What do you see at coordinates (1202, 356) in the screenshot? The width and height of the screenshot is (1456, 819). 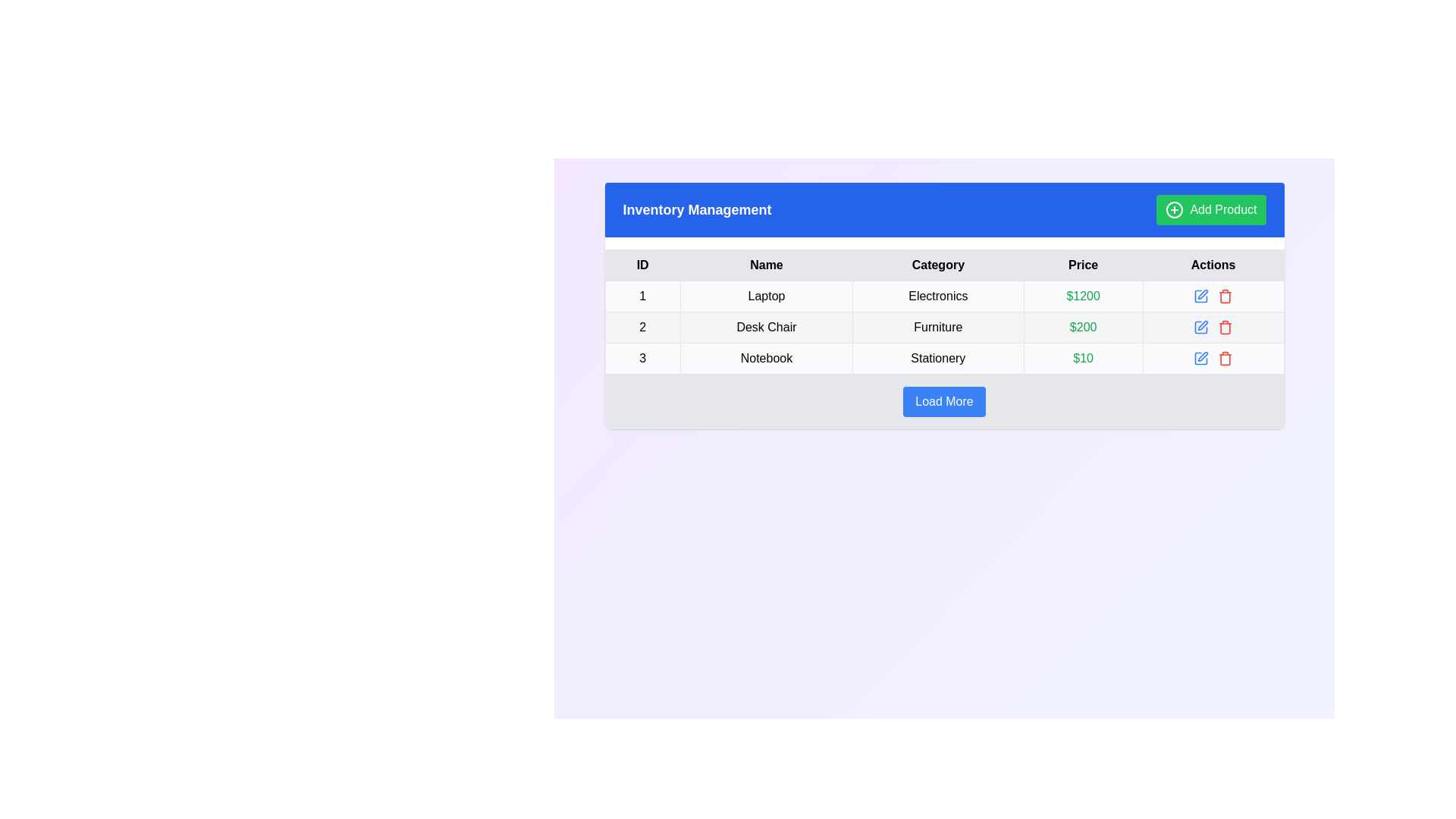 I see `the Edit button (pen icon) located in the Actions column of the third row, aligned with the Notebook entry` at bounding box center [1202, 356].